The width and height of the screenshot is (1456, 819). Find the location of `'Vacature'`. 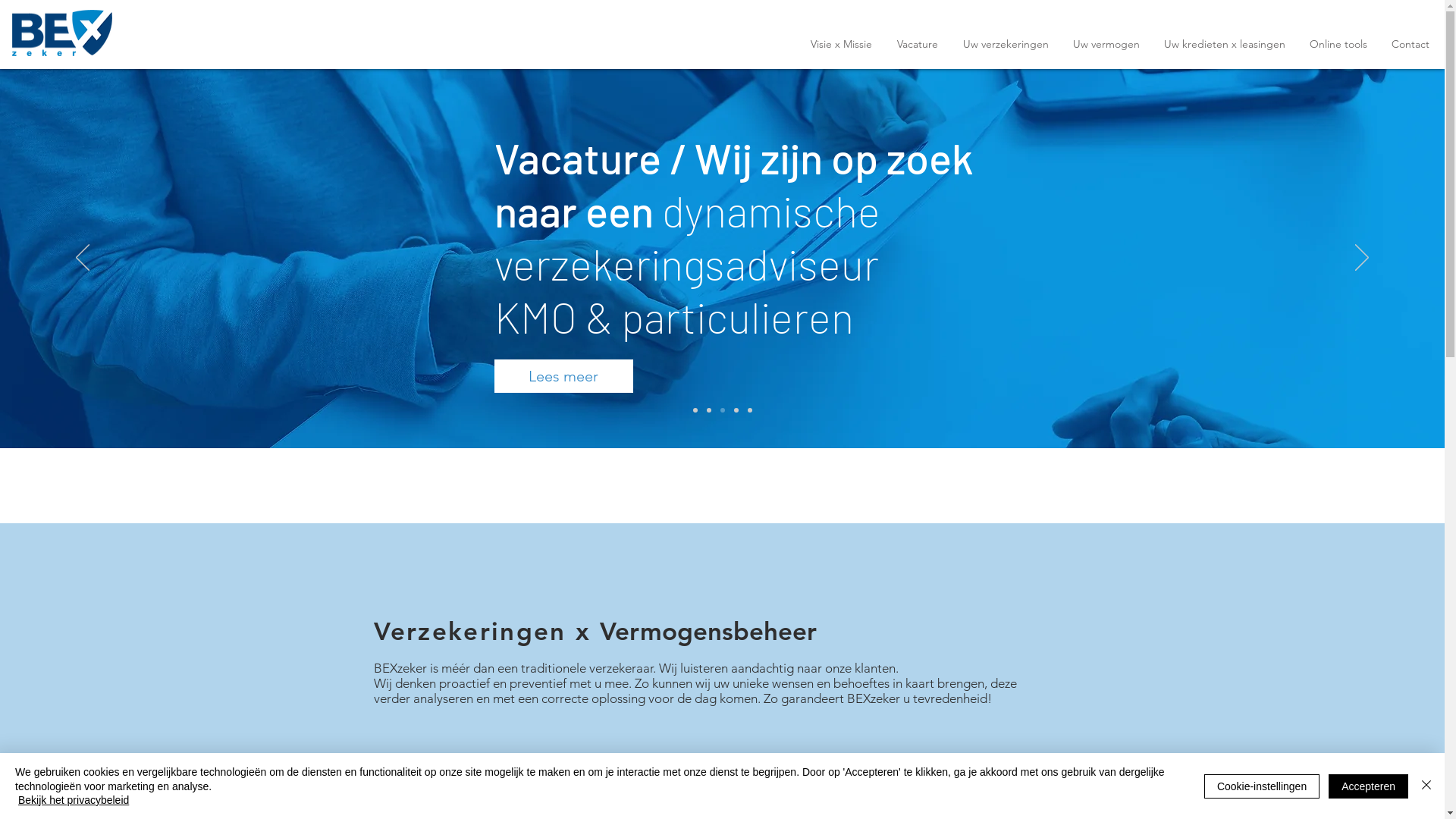

'Vacature' is located at coordinates (916, 43).